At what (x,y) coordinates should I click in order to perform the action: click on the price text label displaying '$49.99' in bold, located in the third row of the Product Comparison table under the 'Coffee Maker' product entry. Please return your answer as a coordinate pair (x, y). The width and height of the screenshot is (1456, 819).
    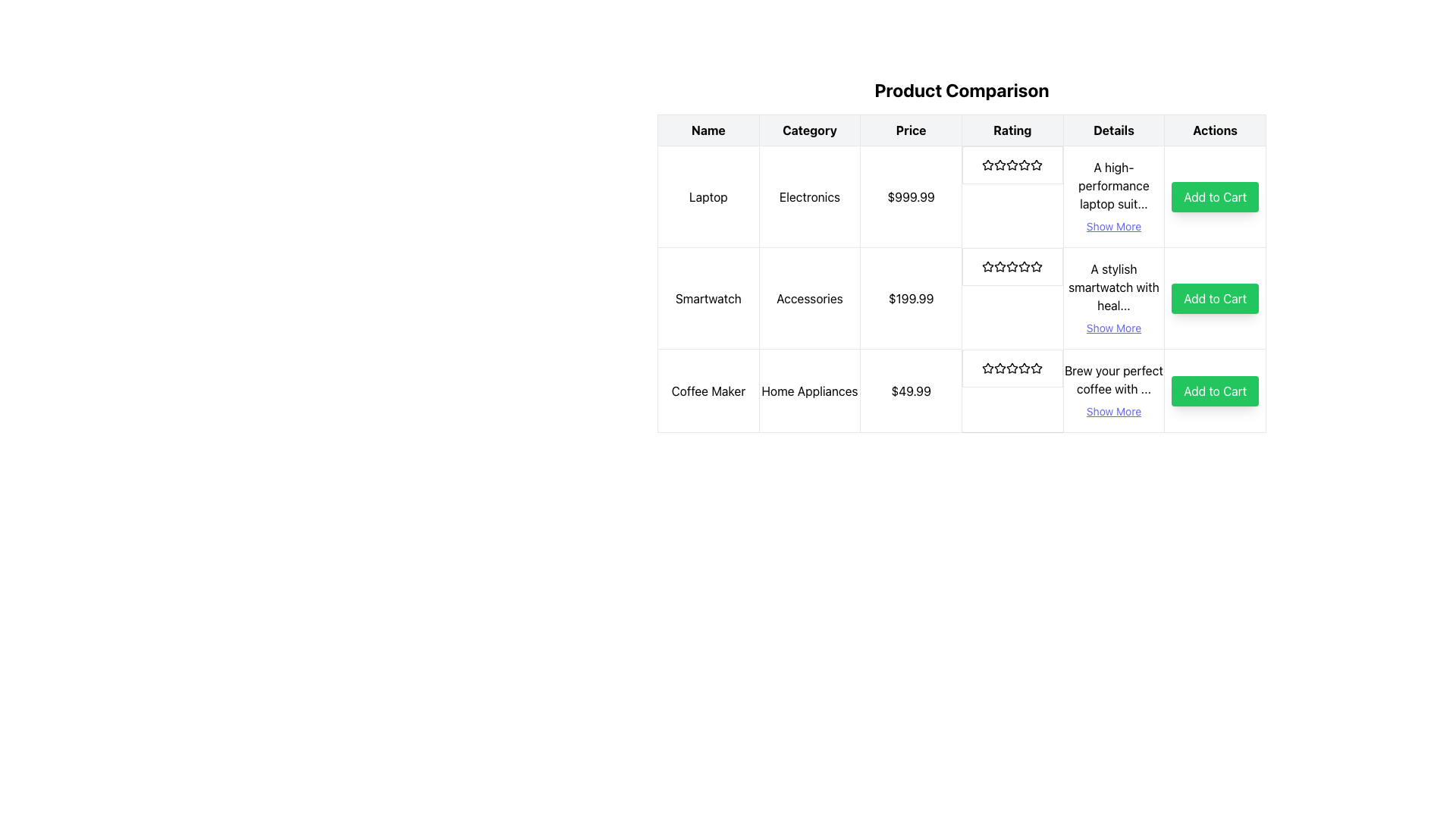
    Looking at the image, I should click on (910, 390).